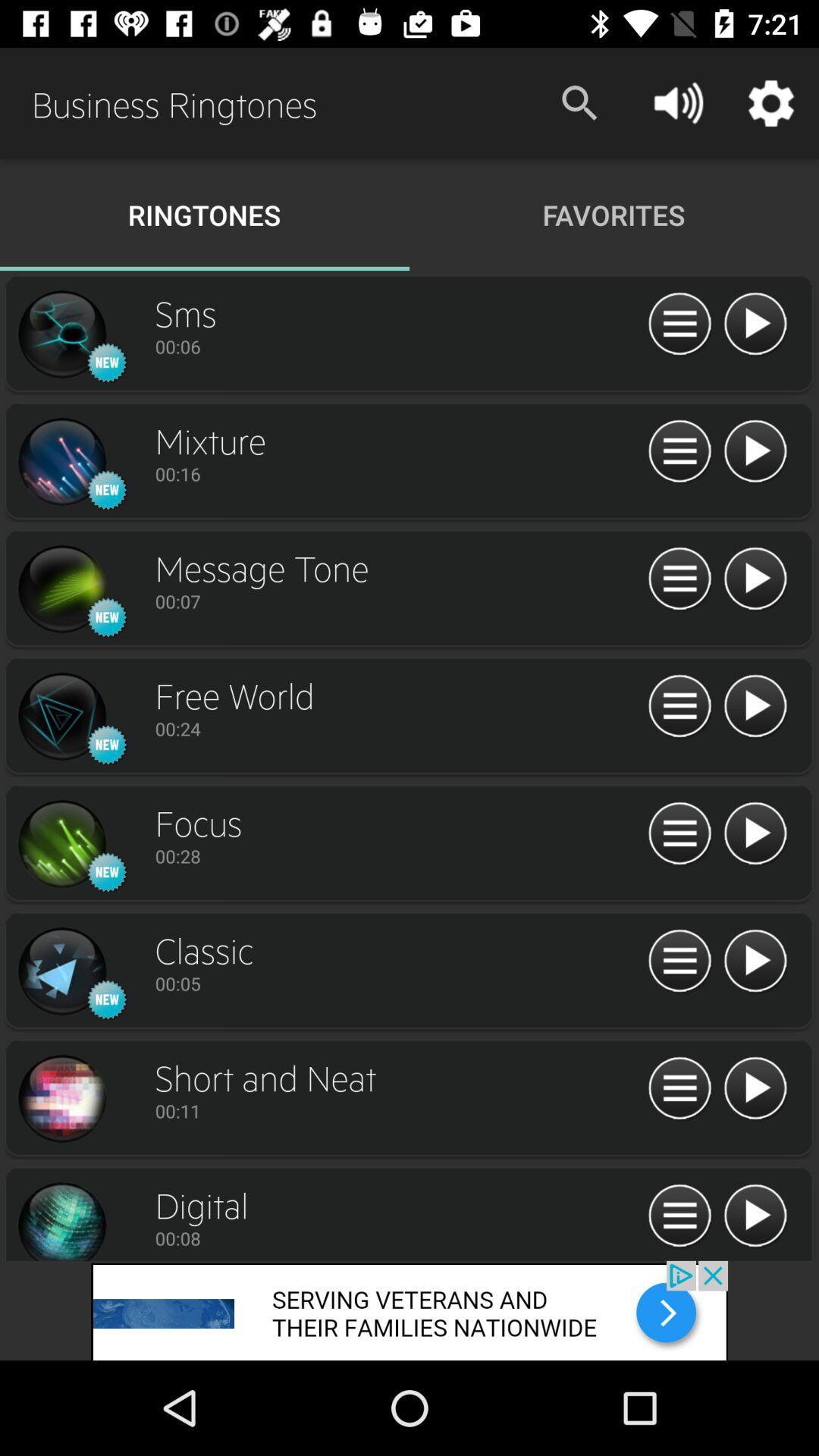 The height and width of the screenshot is (1456, 819). What do you see at coordinates (61, 334) in the screenshot?
I see `see larger image` at bounding box center [61, 334].